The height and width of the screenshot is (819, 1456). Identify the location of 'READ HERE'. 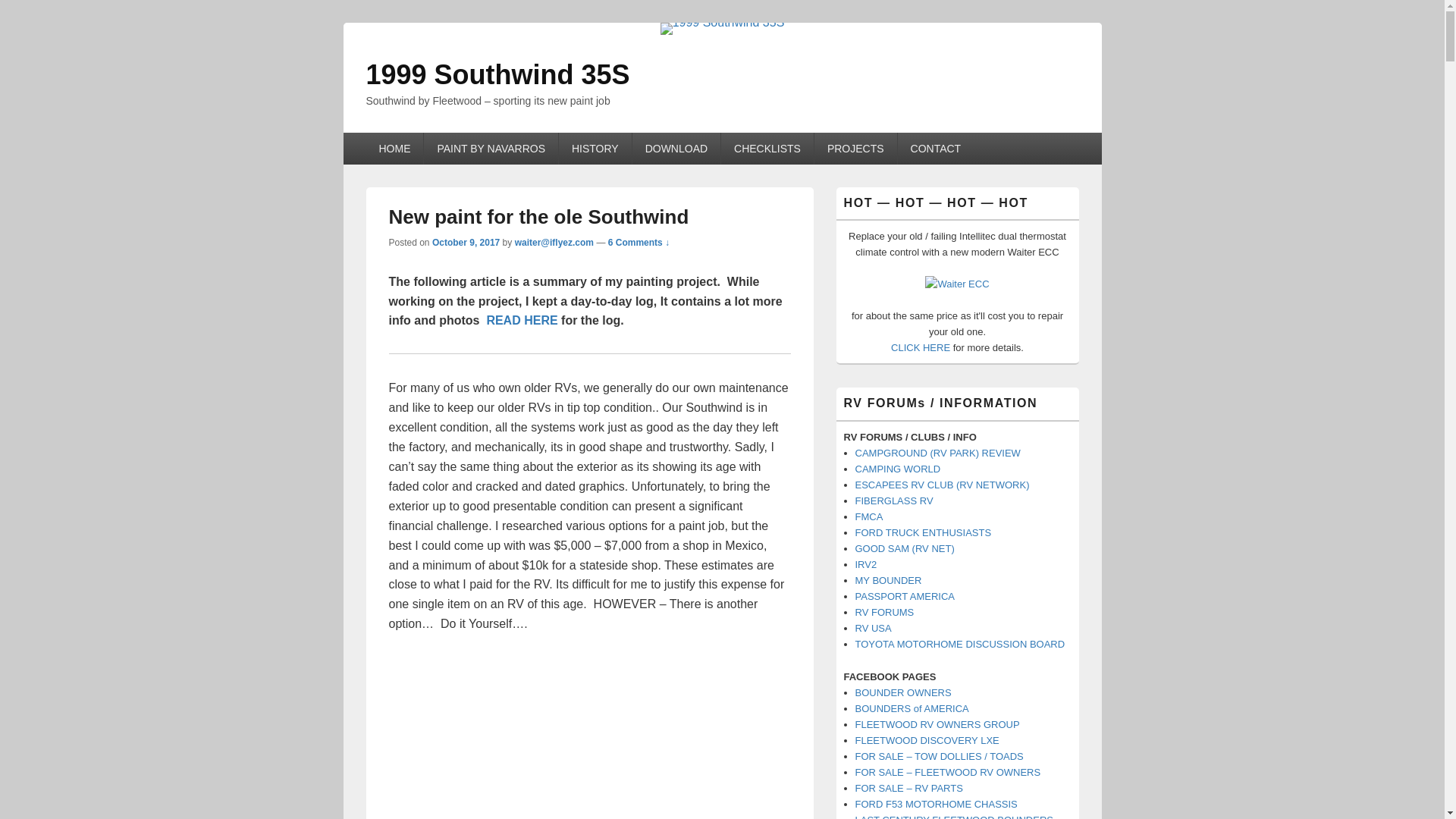
(486, 319).